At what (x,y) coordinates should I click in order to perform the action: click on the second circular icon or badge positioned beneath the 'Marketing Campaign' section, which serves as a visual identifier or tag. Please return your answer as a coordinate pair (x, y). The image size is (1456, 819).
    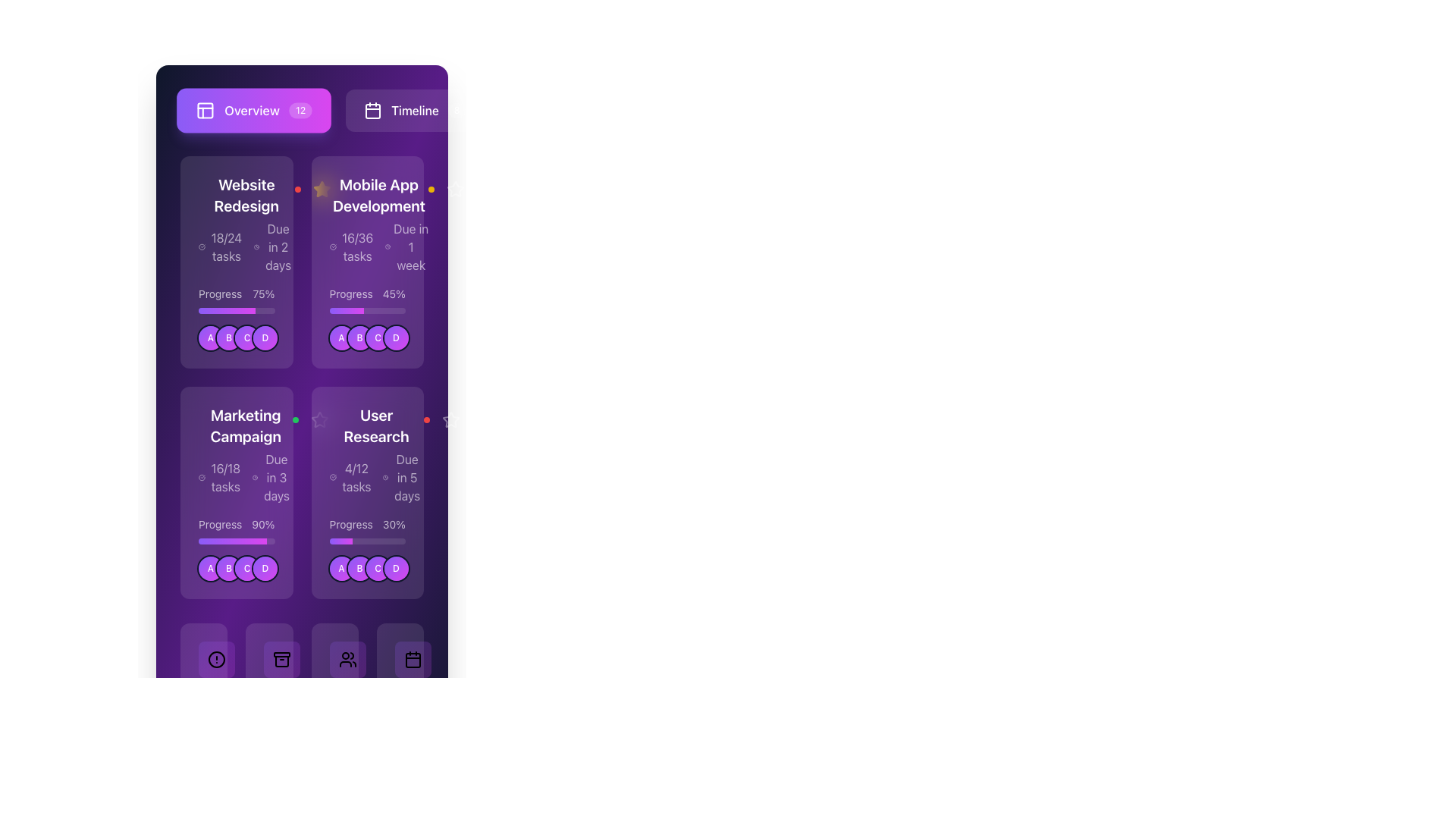
    Looking at the image, I should click on (228, 568).